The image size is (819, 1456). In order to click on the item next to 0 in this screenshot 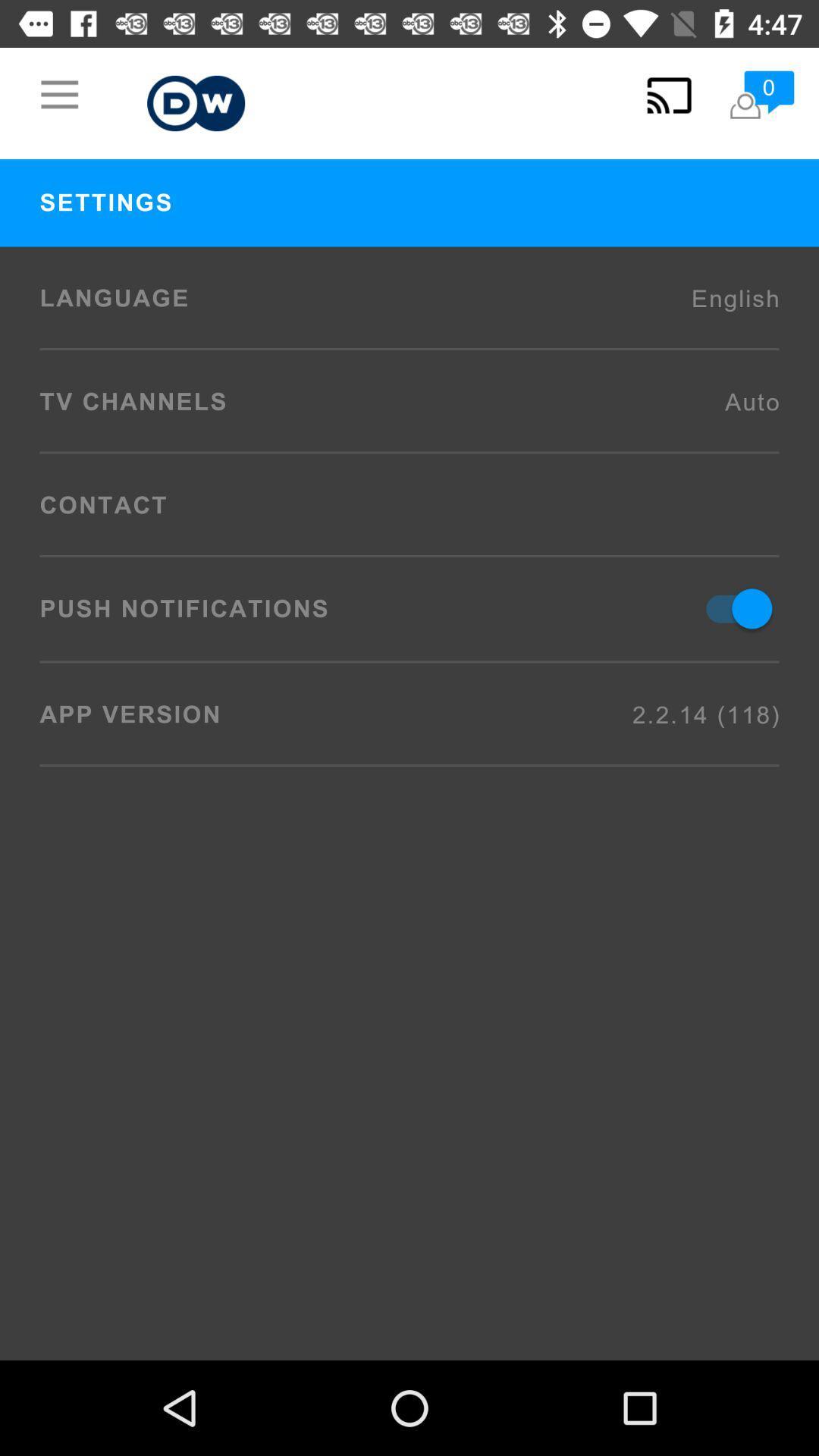, I will do `click(668, 94)`.